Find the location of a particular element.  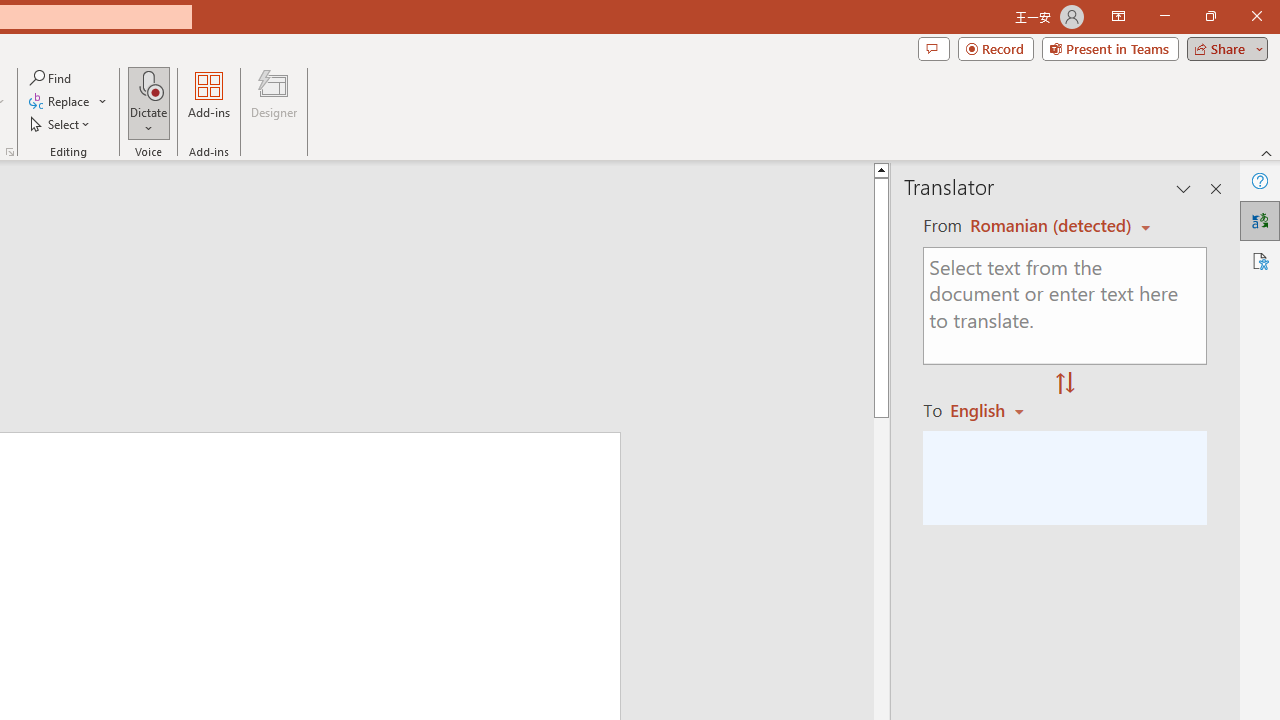

'Share' is located at coordinates (1222, 47).